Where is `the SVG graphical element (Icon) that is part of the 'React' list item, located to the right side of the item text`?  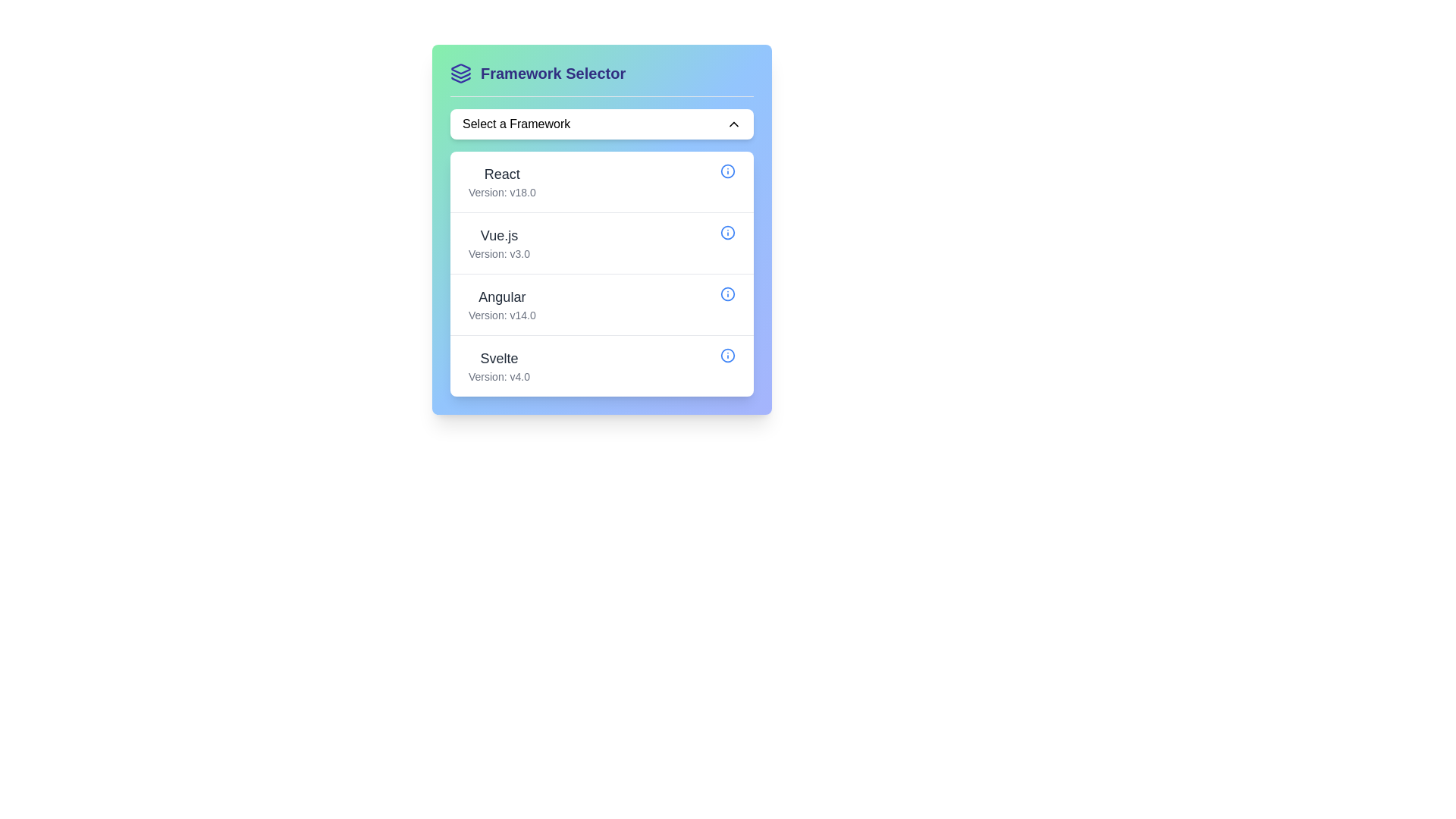 the SVG graphical element (Icon) that is part of the 'React' list item, located to the right side of the item text is located at coordinates (728, 171).